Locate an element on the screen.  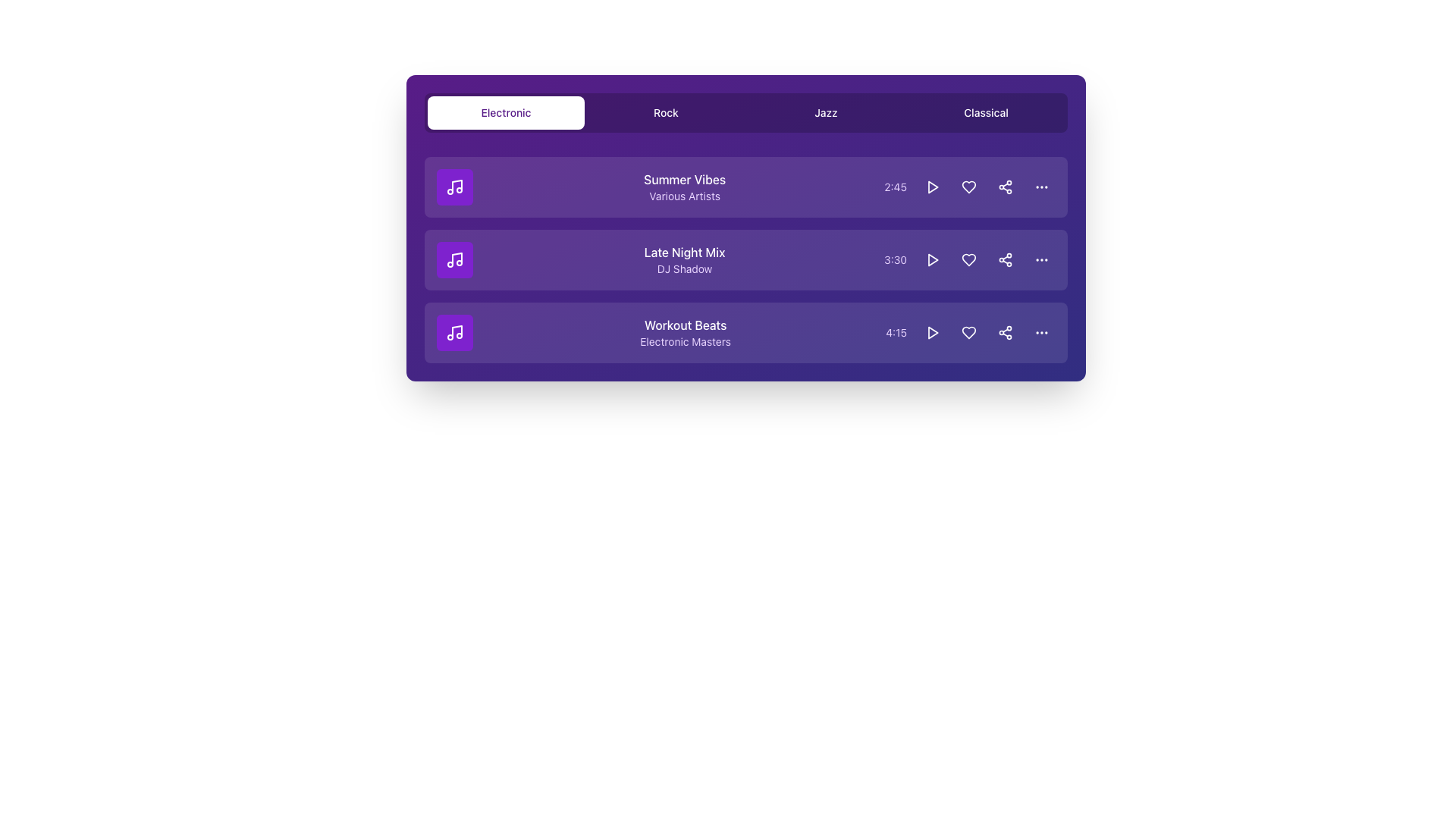
the play icon button located in the second row of the playlist interface to trigger its visual hover effect is located at coordinates (931, 259).